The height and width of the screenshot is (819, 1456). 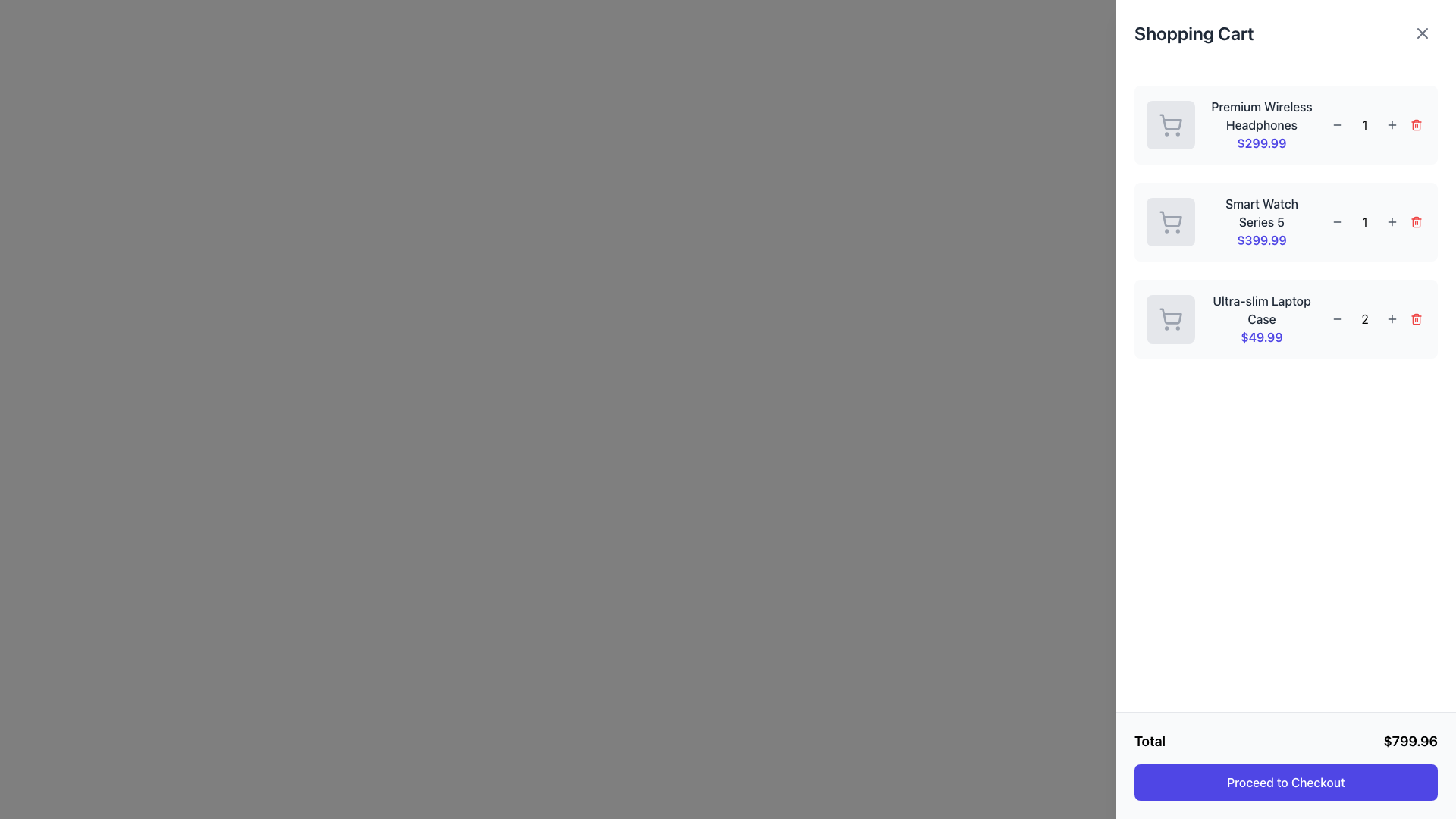 I want to click on the first item description block in the shopping cart interface, which displays the product name and price, located in the right-side panel, so click(x=1262, y=124).